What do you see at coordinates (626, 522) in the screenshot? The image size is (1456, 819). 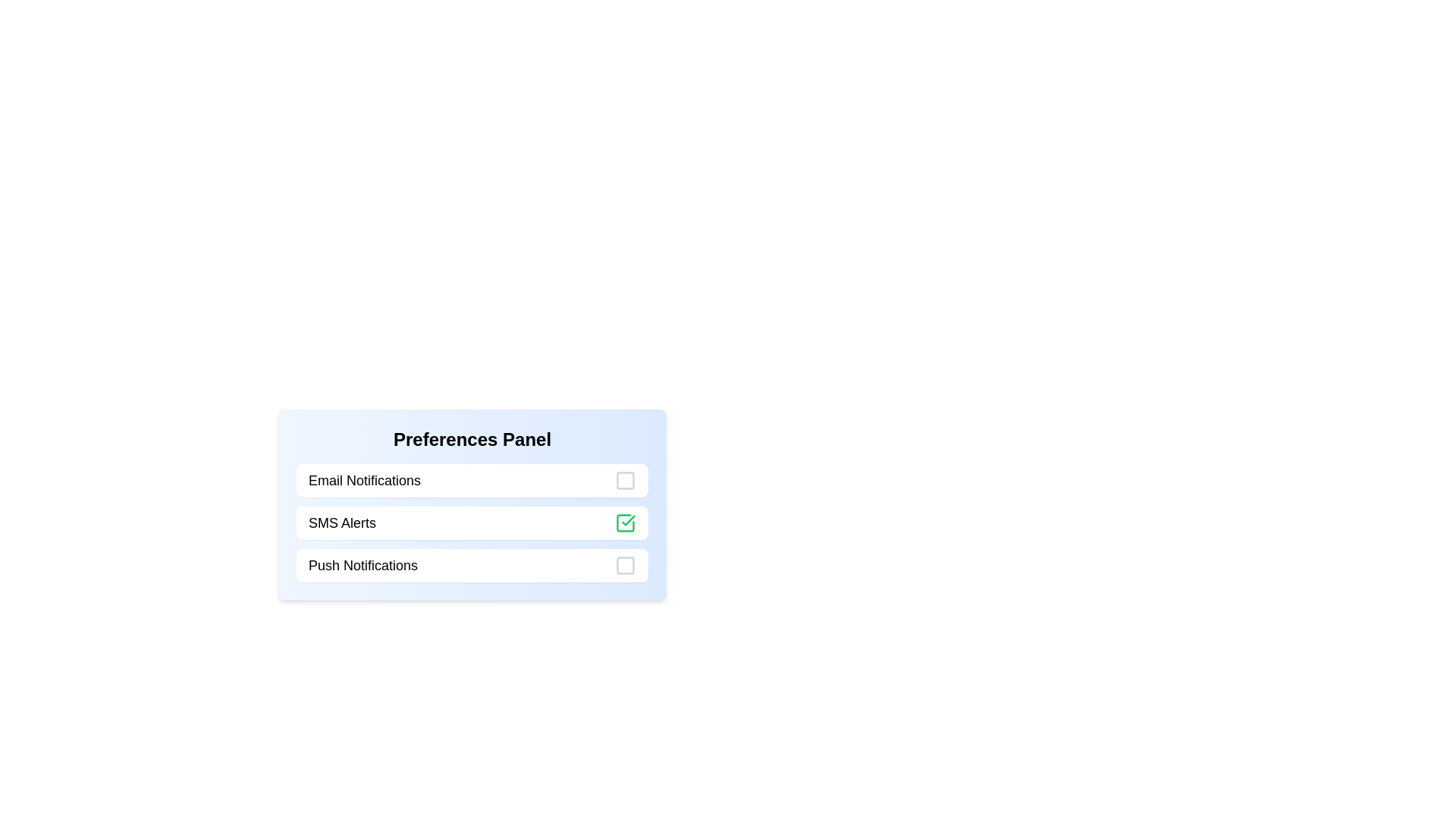 I see `the checkbox for 'SMS Alerts' to focus on it, located to the right of the 'SMS Alerts' text` at bounding box center [626, 522].